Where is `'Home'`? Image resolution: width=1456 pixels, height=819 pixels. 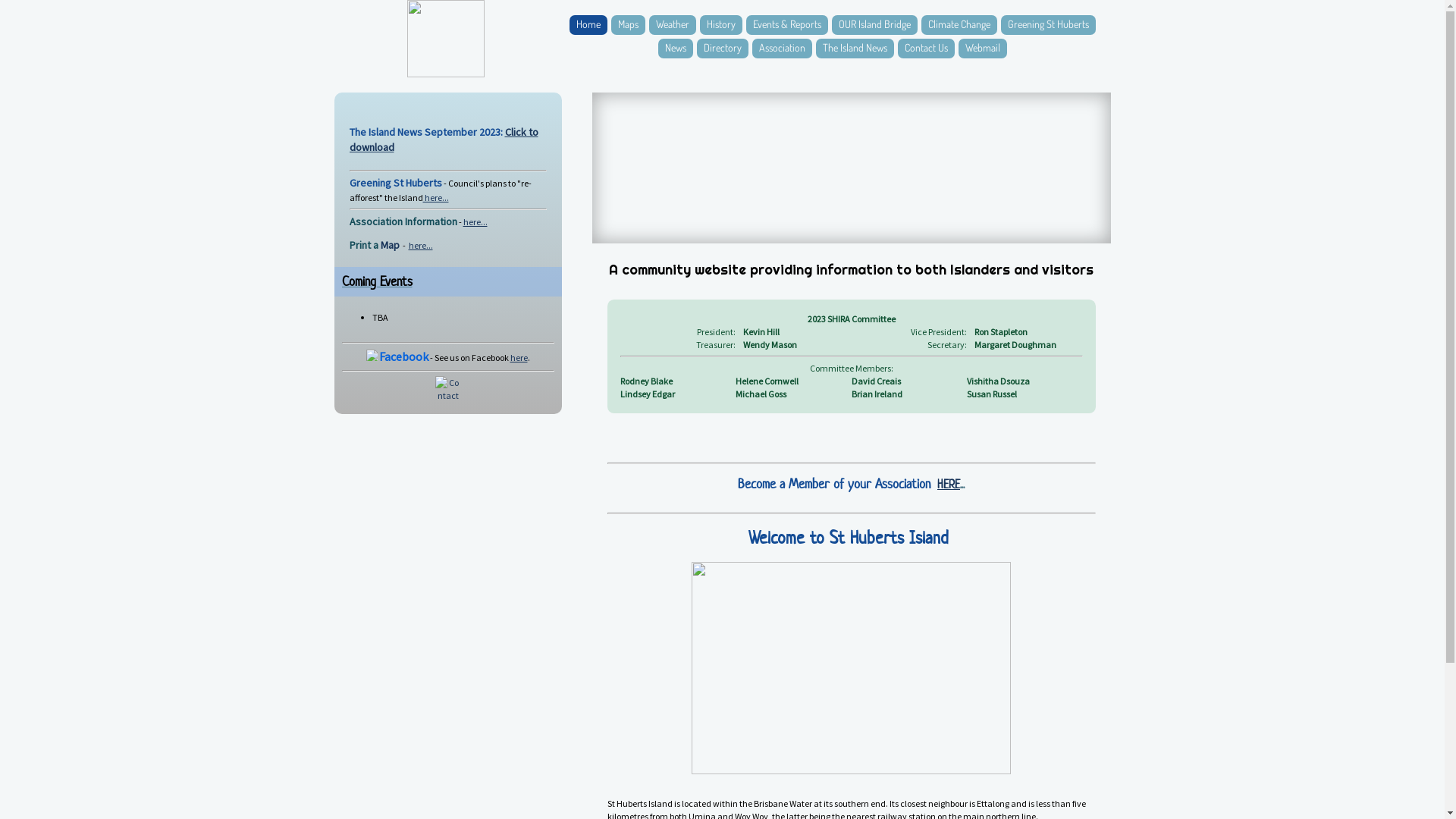
'Home' is located at coordinates (586, 25).